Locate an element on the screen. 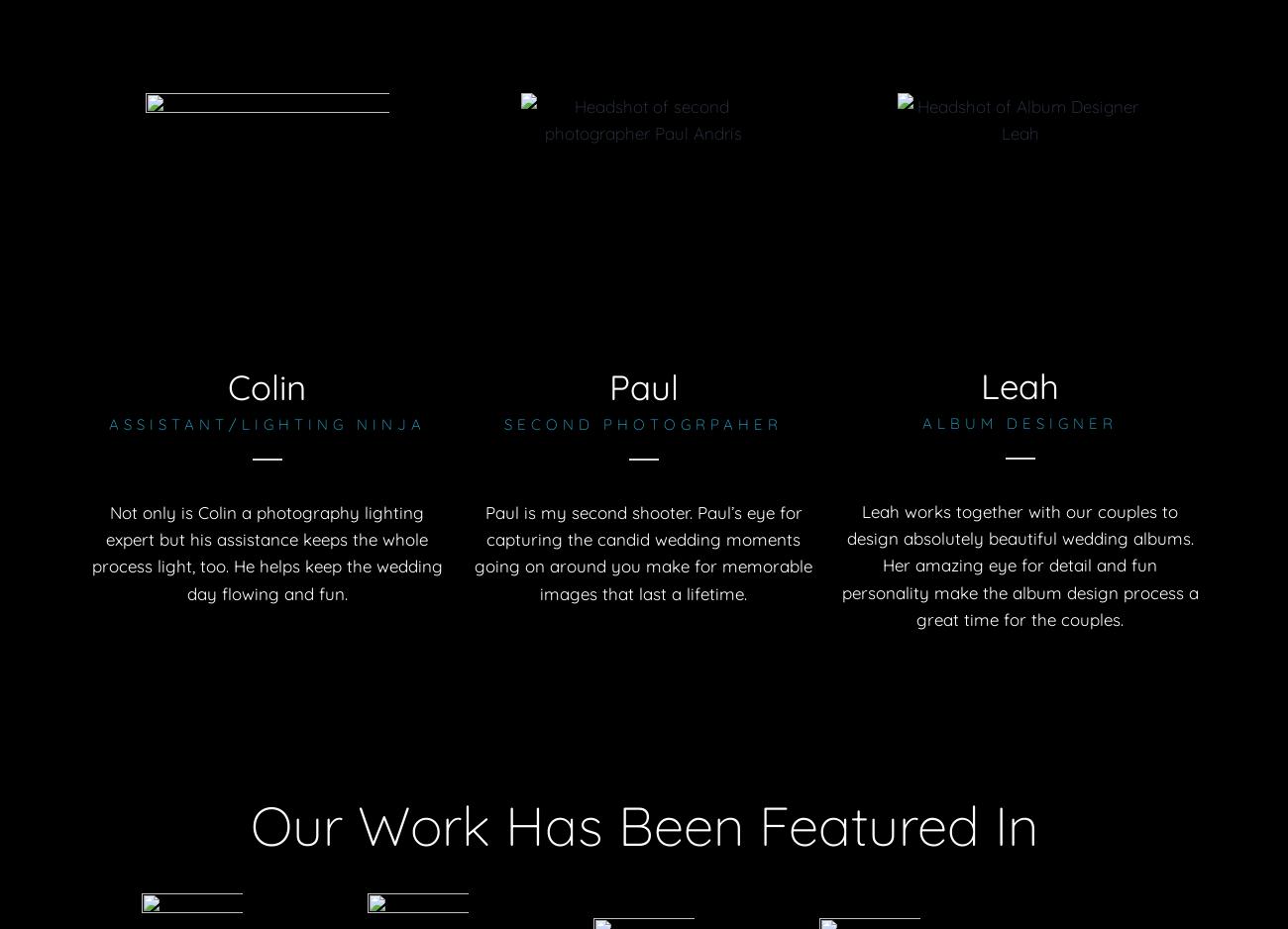 This screenshot has height=929, width=1288. 'Colin' is located at coordinates (266, 385).